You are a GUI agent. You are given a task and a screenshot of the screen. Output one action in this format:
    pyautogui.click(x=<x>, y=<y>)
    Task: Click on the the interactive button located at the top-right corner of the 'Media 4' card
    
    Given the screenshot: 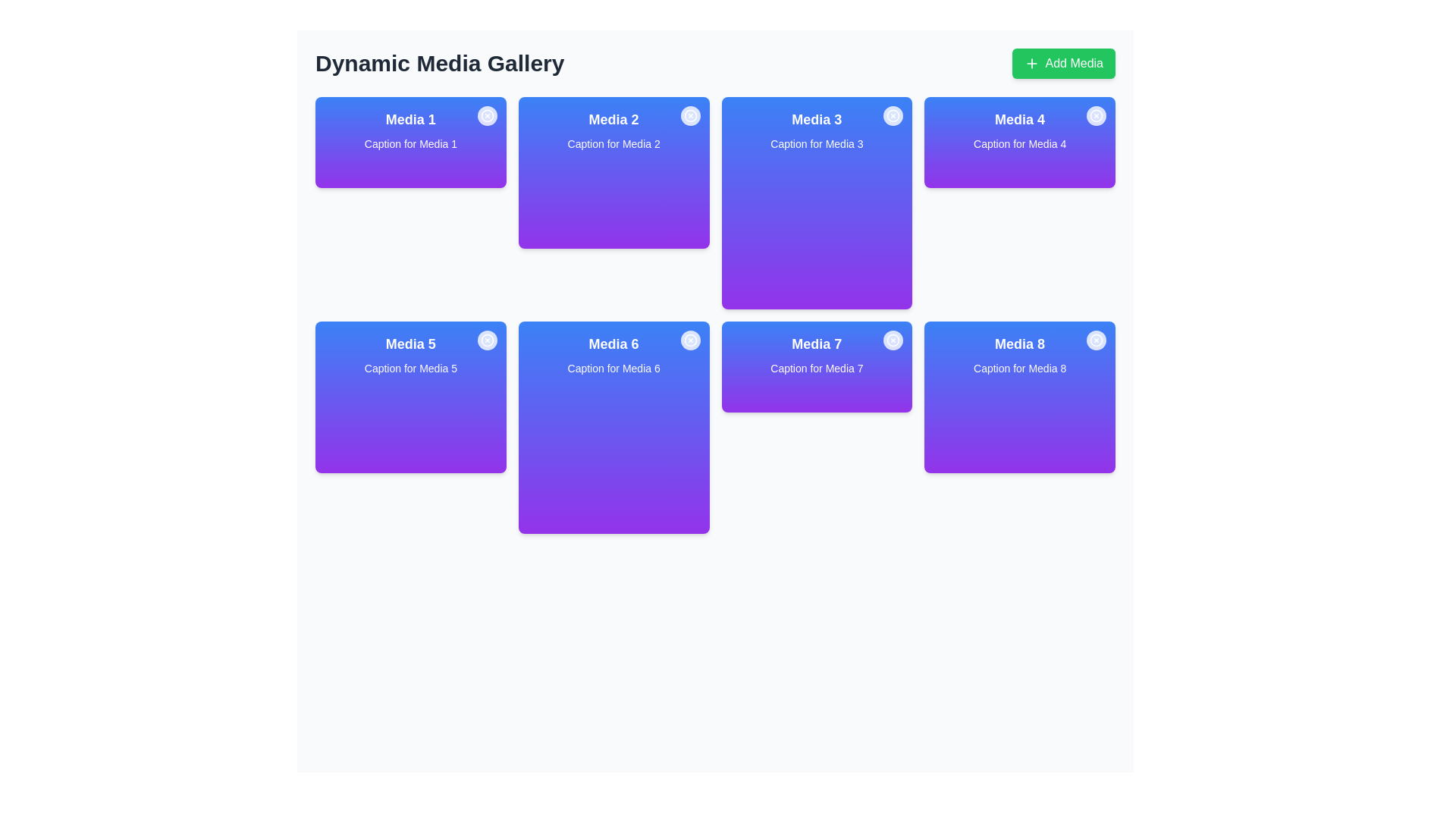 What is the action you would take?
    pyautogui.click(x=1096, y=115)
    